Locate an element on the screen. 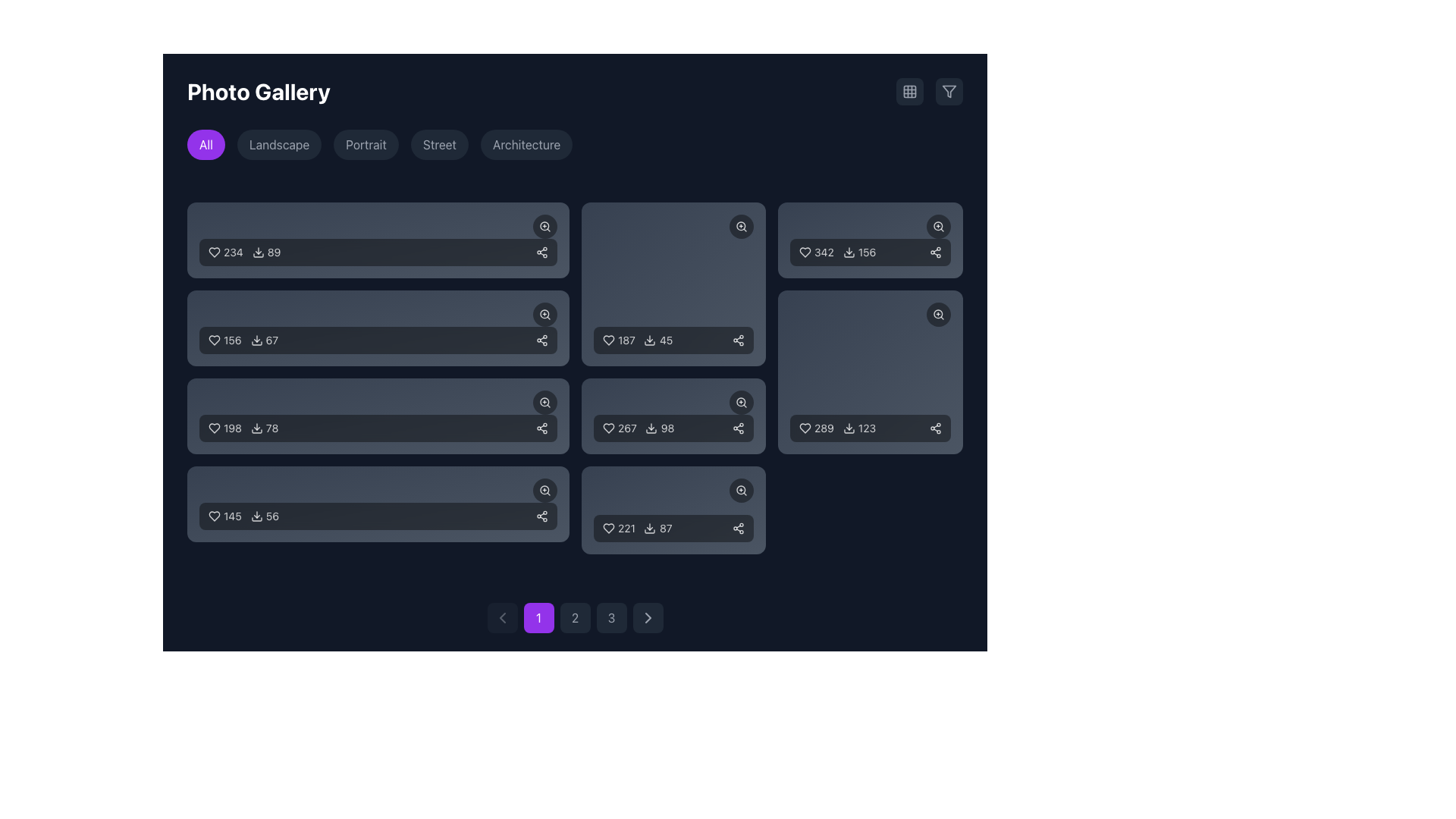 This screenshot has height=819, width=1456. the like or download icons on the interactive card component located in the last row and third column of the gallery grid is located at coordinates (673, 510).